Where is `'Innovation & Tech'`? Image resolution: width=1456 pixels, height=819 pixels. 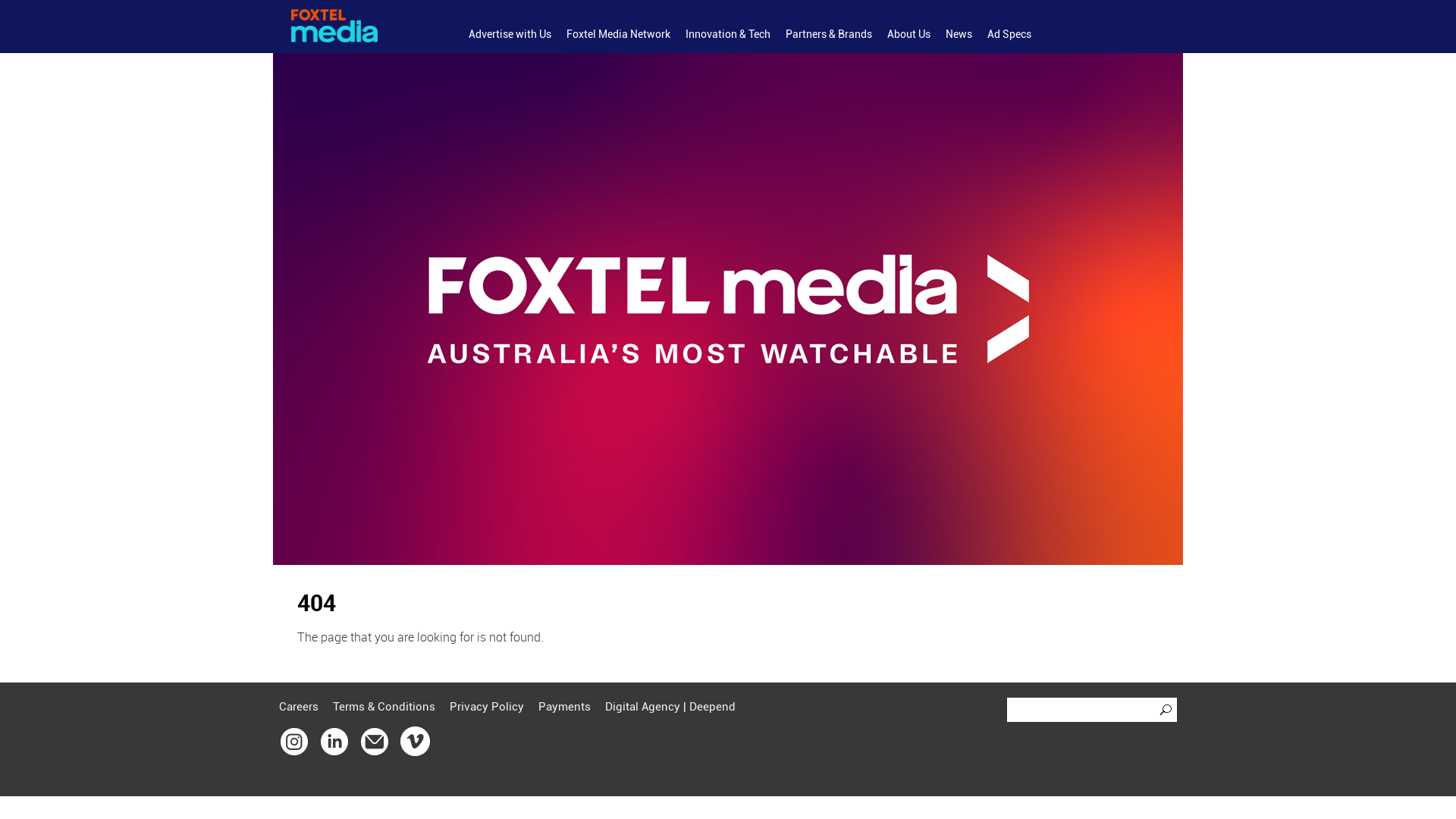 'Innovation & Tech' is located at coordinates (728, 34).